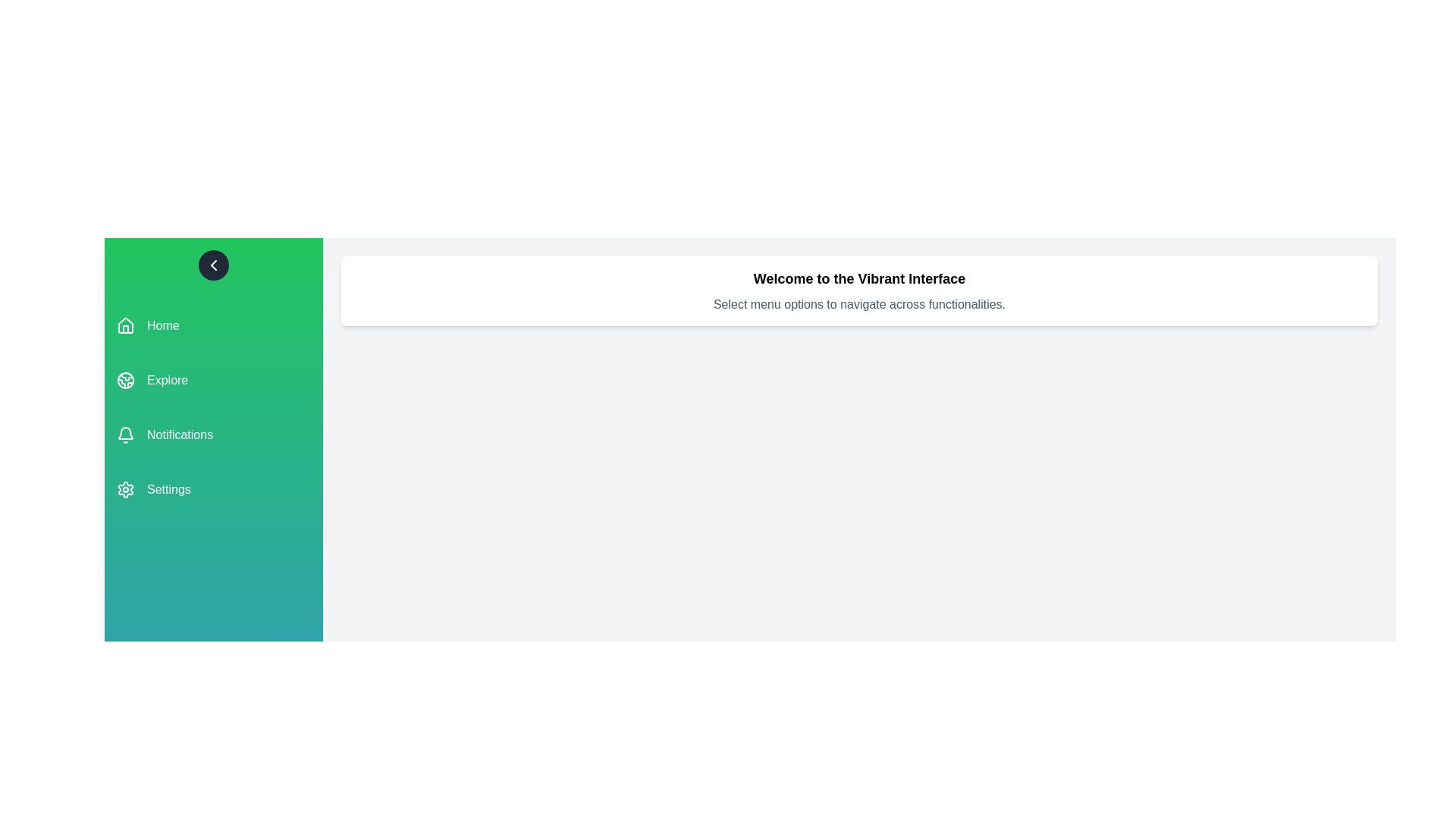 This screenshot has width=1456, height=819. Describe the element at coordinates (213, 265) in the screenshot. I see `the arrow button to toggle the drawer` at that location.